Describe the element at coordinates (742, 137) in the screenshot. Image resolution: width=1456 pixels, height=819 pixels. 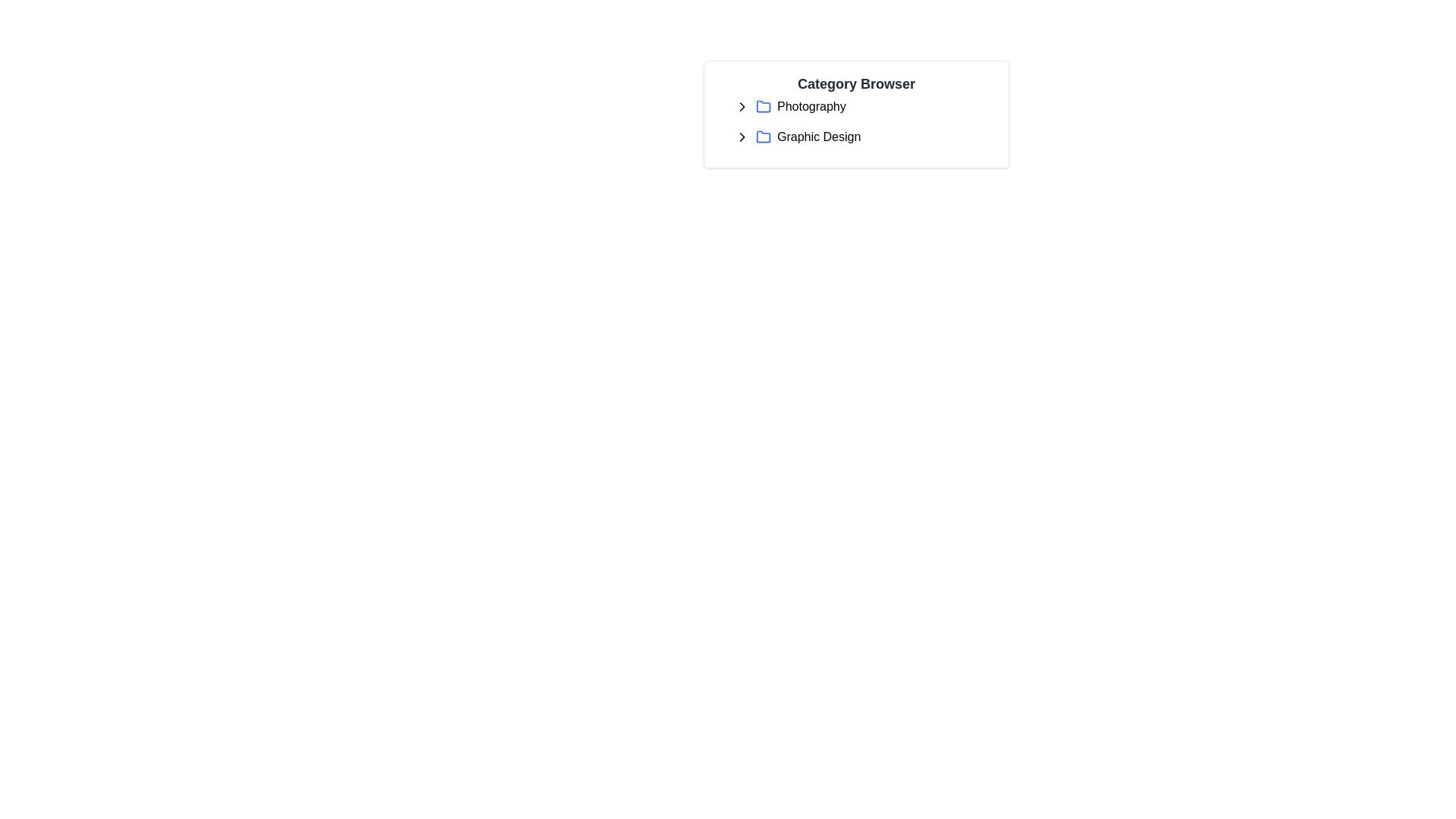
I see `the Chevron icon located to the left of the 'Graphic Design' text in the 'Category Browser' interface` at that location.